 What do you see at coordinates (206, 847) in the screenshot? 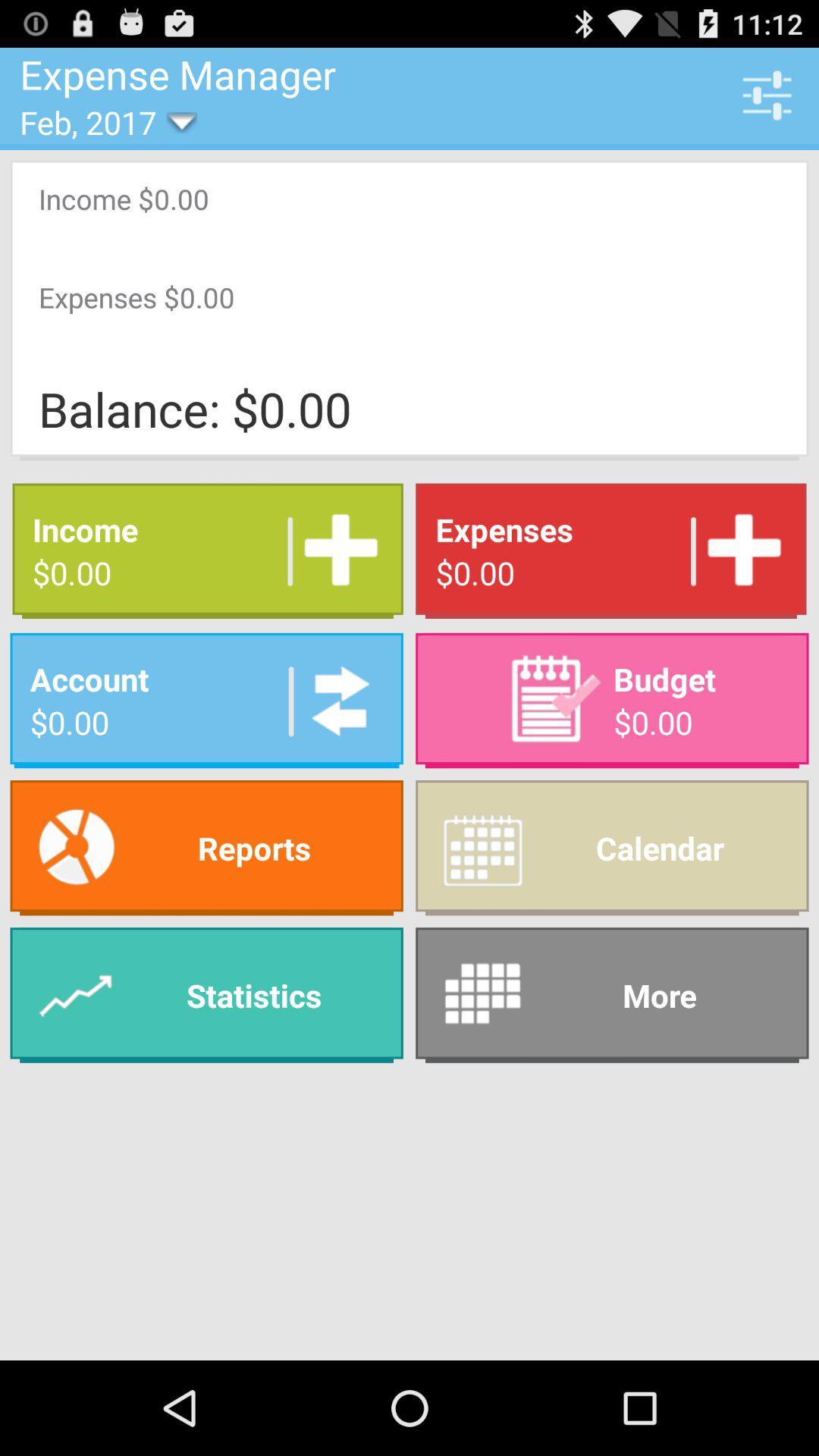
I see `app next to calendar app` at bounding box center [206, 847].